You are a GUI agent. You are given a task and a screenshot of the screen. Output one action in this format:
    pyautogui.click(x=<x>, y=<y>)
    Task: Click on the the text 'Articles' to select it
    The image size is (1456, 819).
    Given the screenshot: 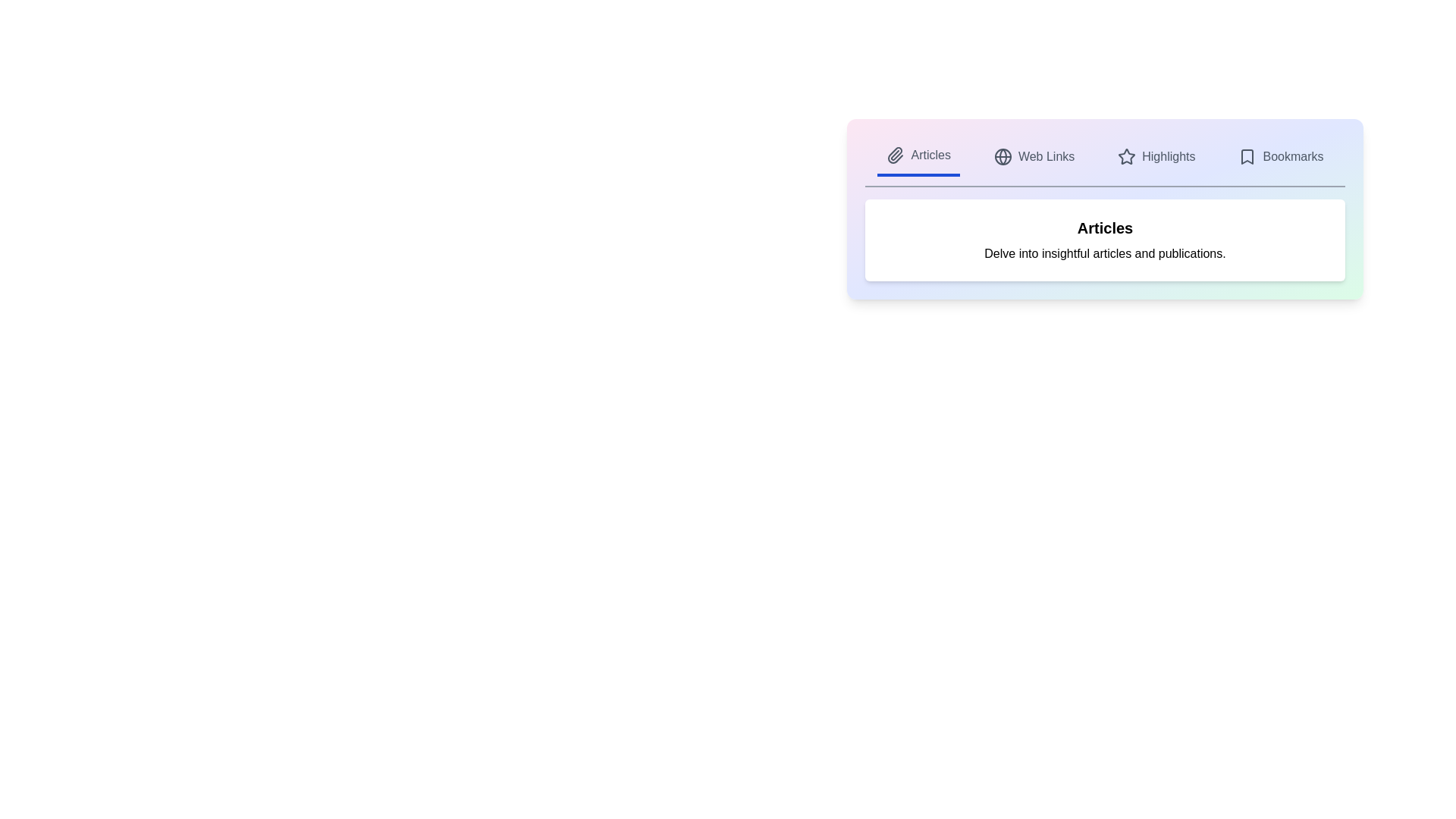 What is the action you would take?
    pyautogui.click(x=930, y=155)
    